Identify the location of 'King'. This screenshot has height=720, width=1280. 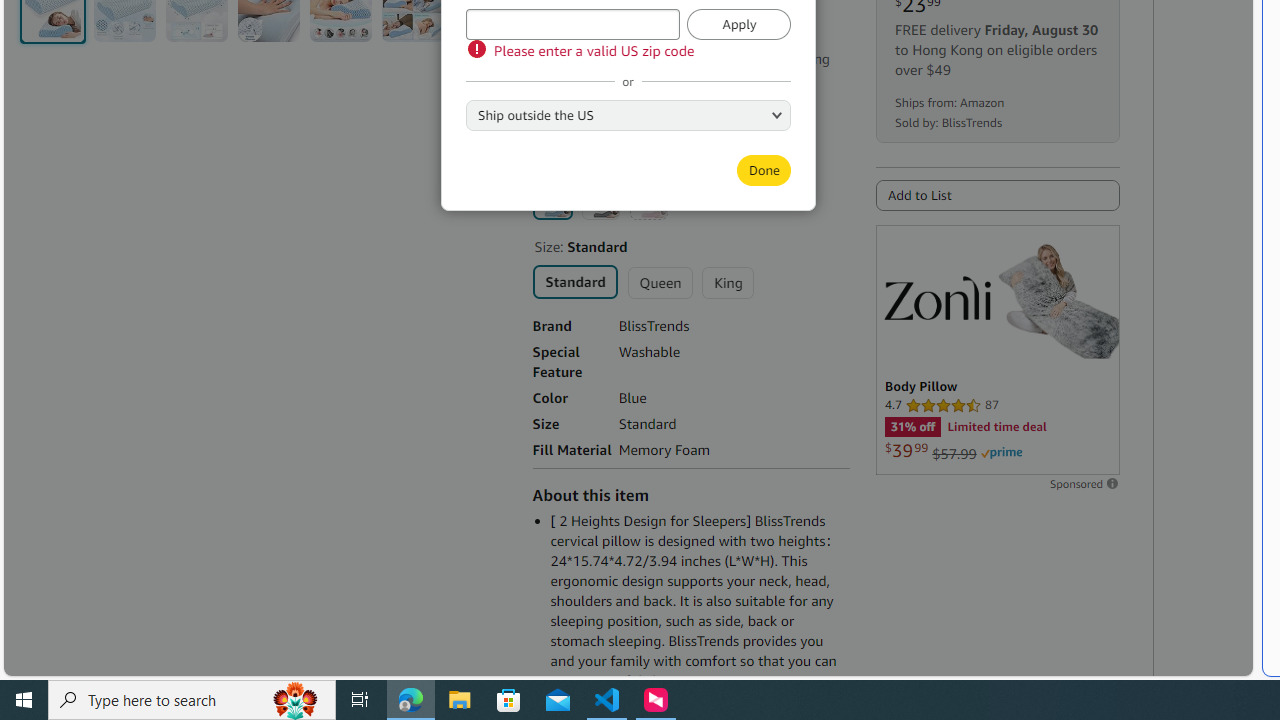
(726, 282).